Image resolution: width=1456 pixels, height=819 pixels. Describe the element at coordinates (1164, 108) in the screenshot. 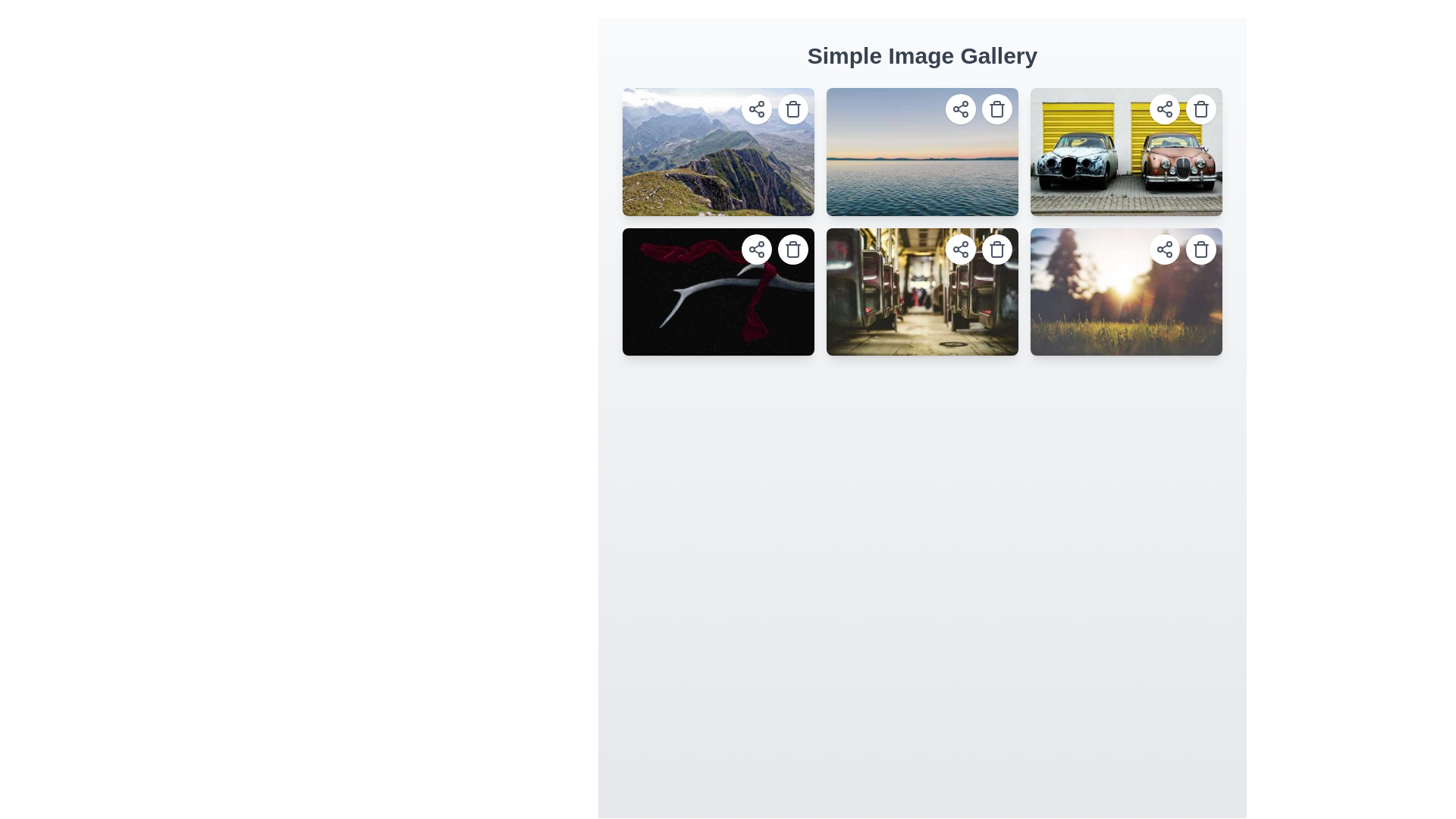

I see `the share icon located in the top-right corner of the fourth image in the gallery grid to trigger a visual response` at that location.